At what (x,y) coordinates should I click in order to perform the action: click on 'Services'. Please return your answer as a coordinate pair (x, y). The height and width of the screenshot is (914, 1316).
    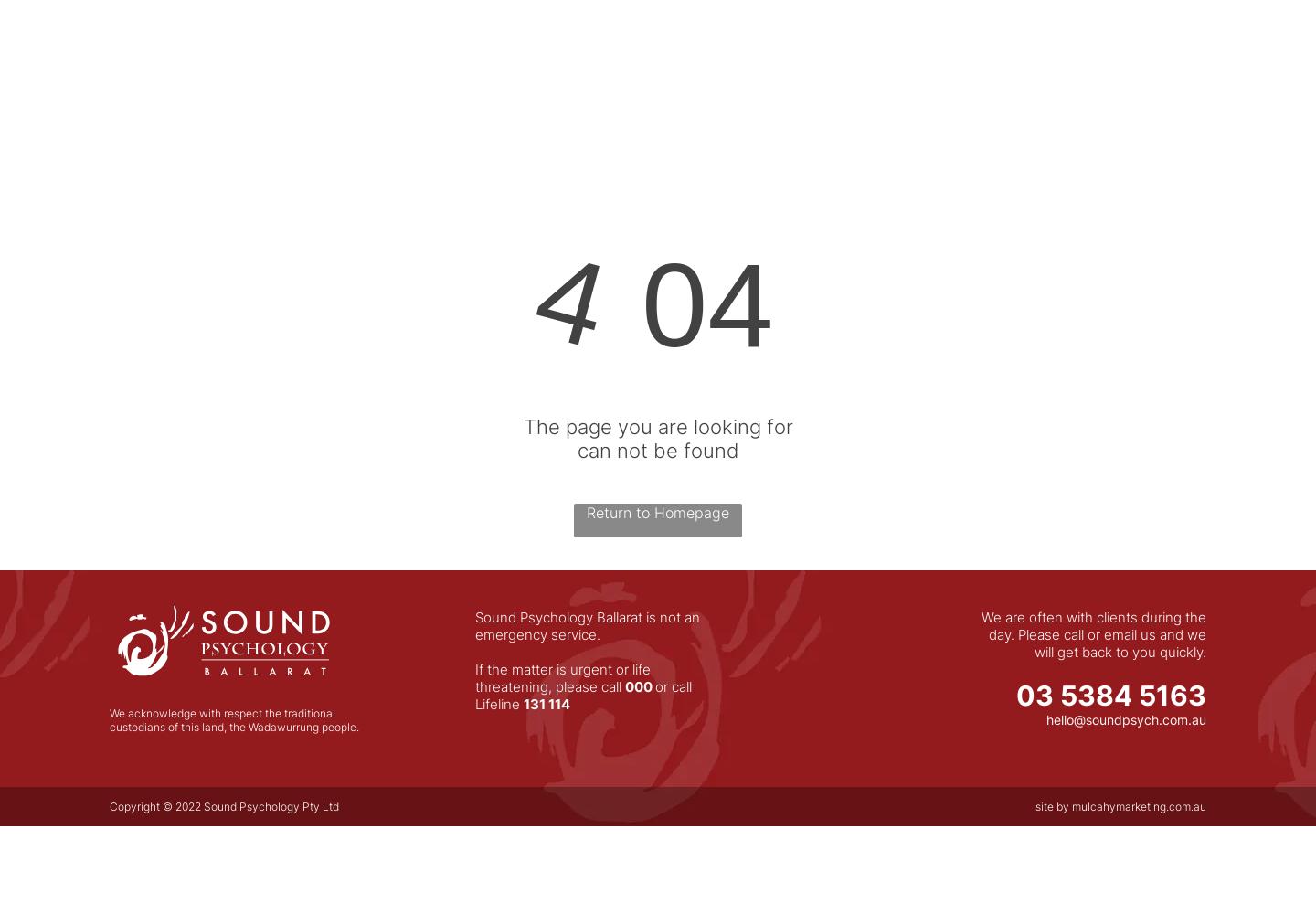
    Looking at the image, I should click on (811, 48).